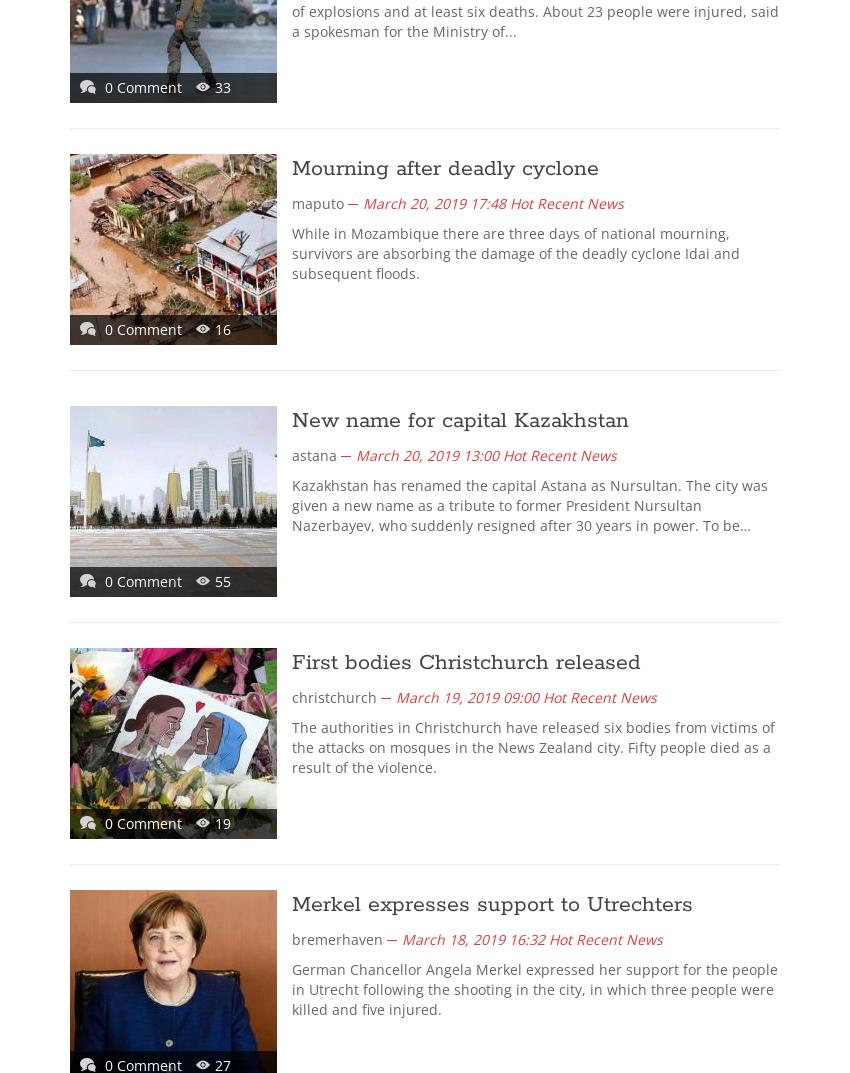  What do you see at coordinates (290, 904) in the screenshot?
I see `'Merkel expresses support to Utrechters'` at bounding box center [290, 904].